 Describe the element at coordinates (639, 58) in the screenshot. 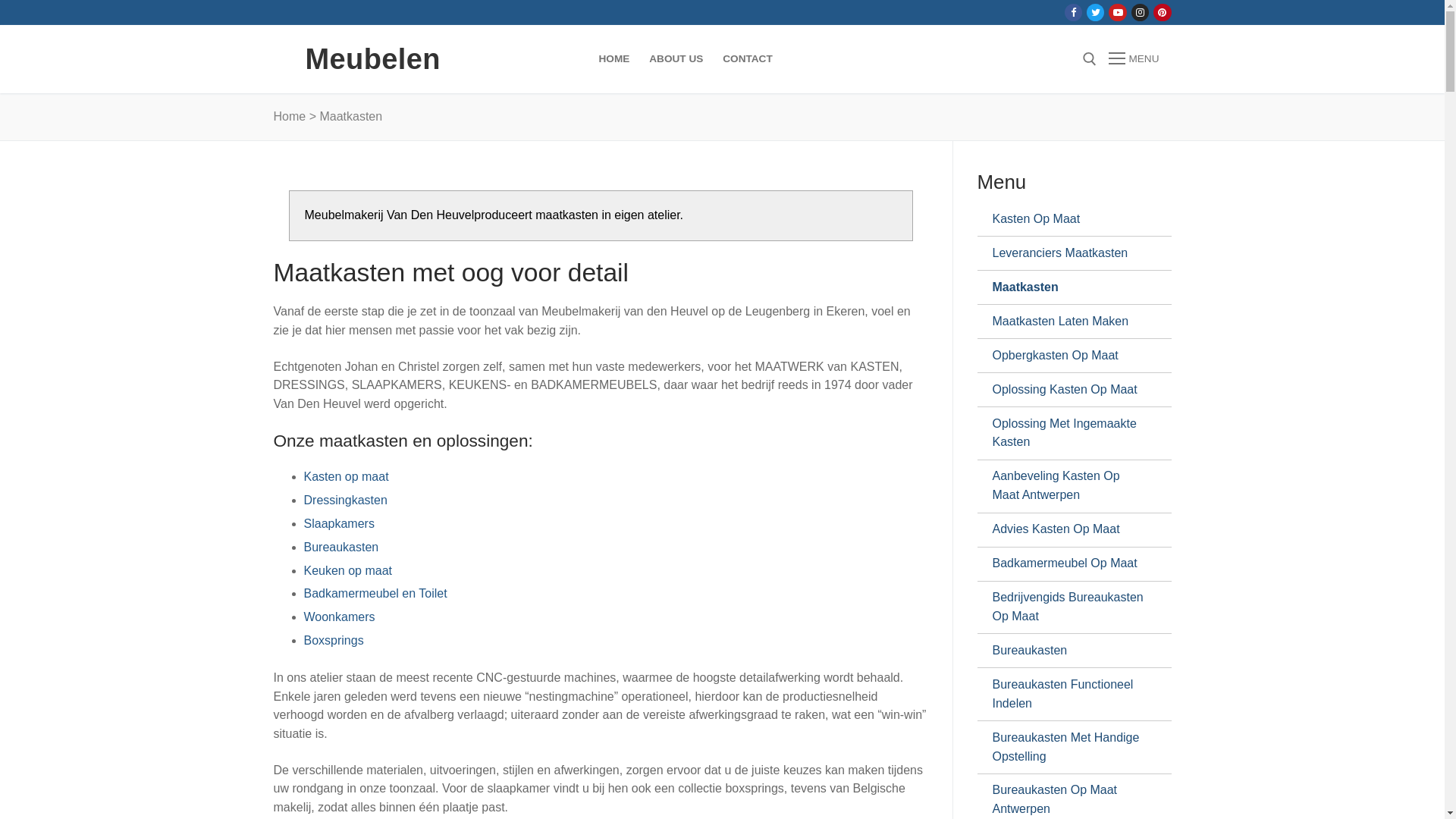

I see `'ABOUT US'` at that location.